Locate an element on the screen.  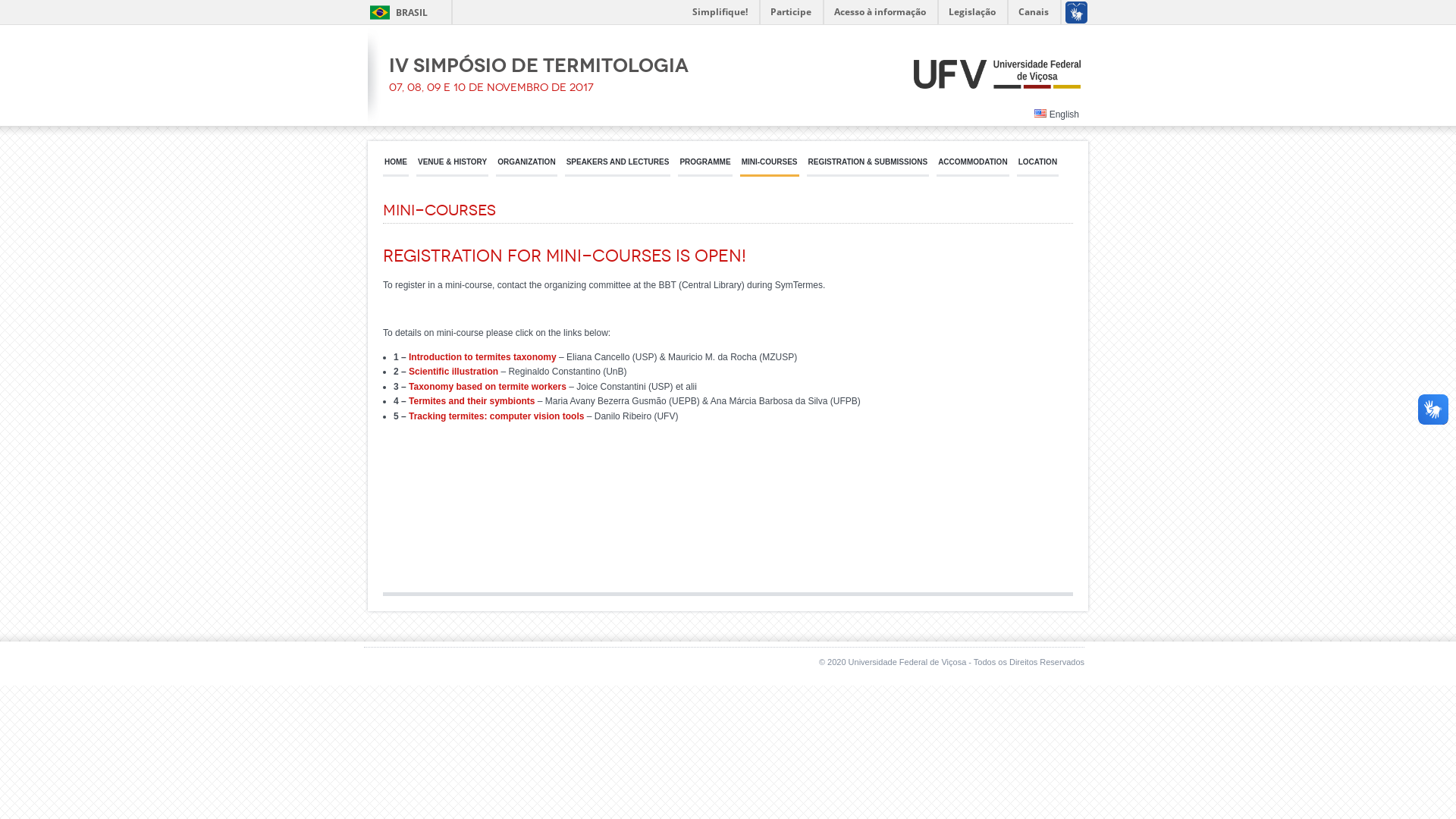
'SPEAKERS AND LECTURES' is located at coordinates (618, 166).